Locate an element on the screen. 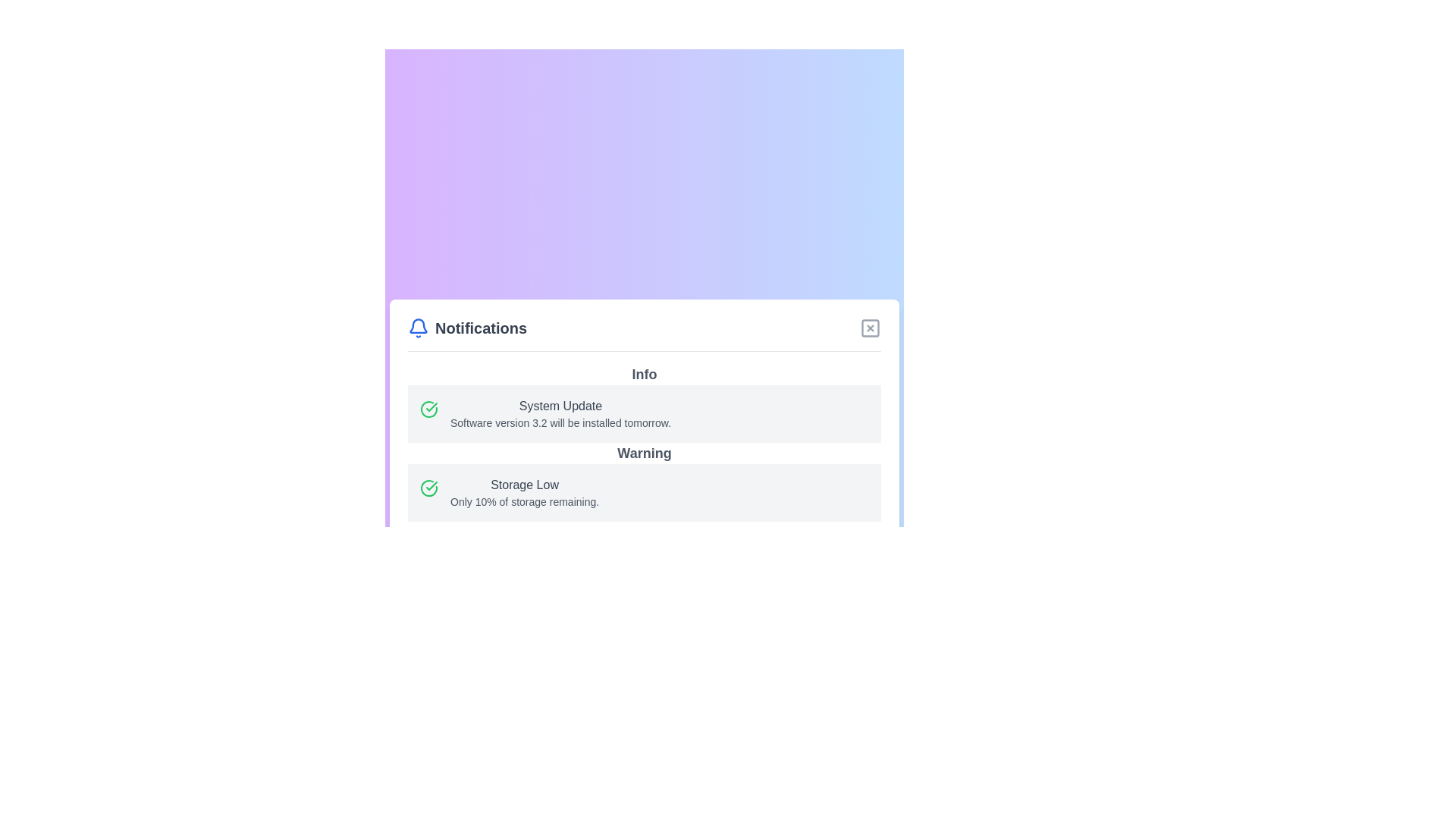 This screenshot has height=819, width=1456. informational message displayed in the text label about the remaining storage capacity, positioned below the 'Storage Low' label in the warning notification panel is located at coordinates (524, 501).